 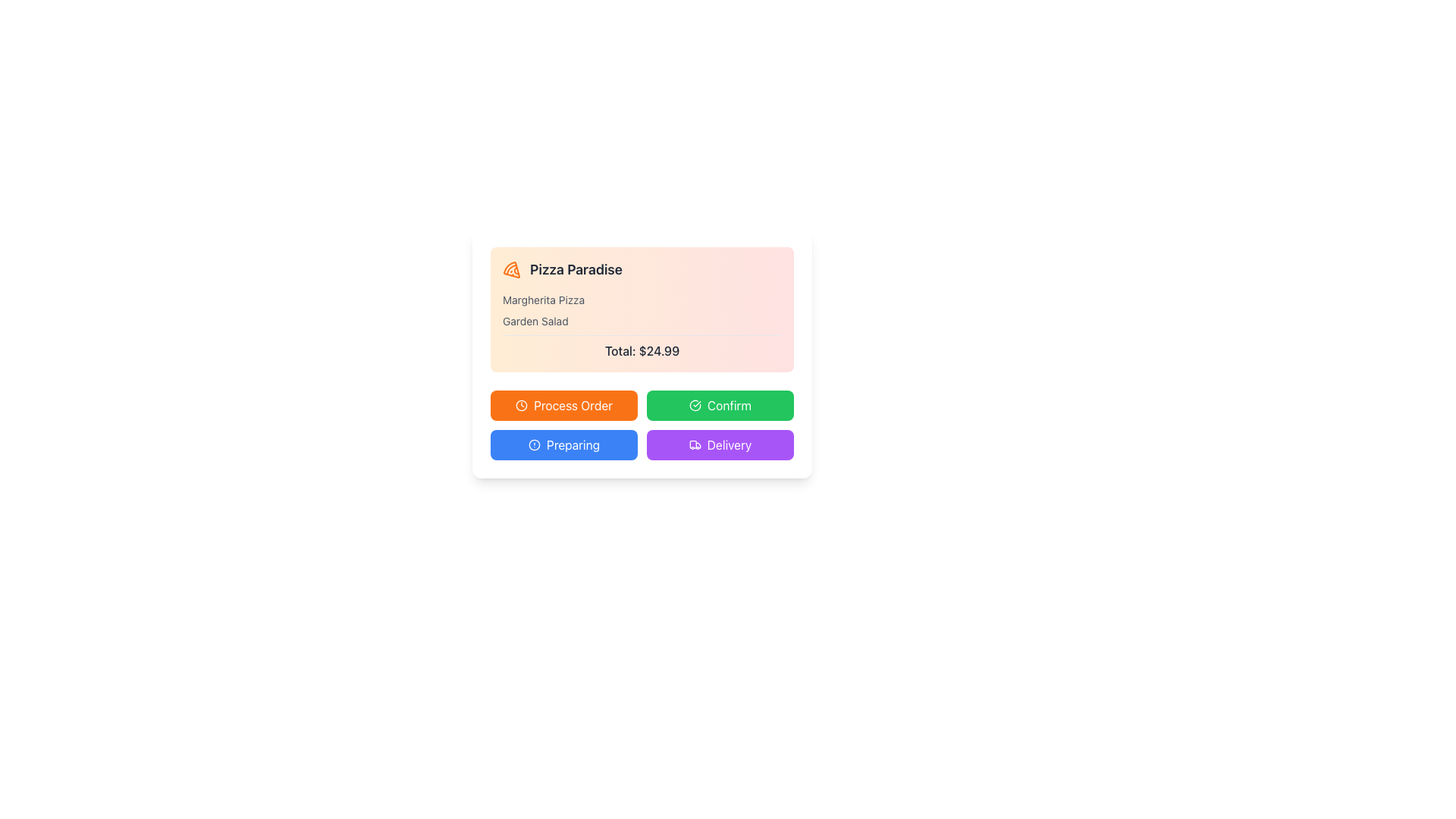 I want to click on the 'Preparing' phase button located in the lower left quadrant of the grid, which is the third button from the left and directly below the 'Process Order' button, so click(x=563, y=444).